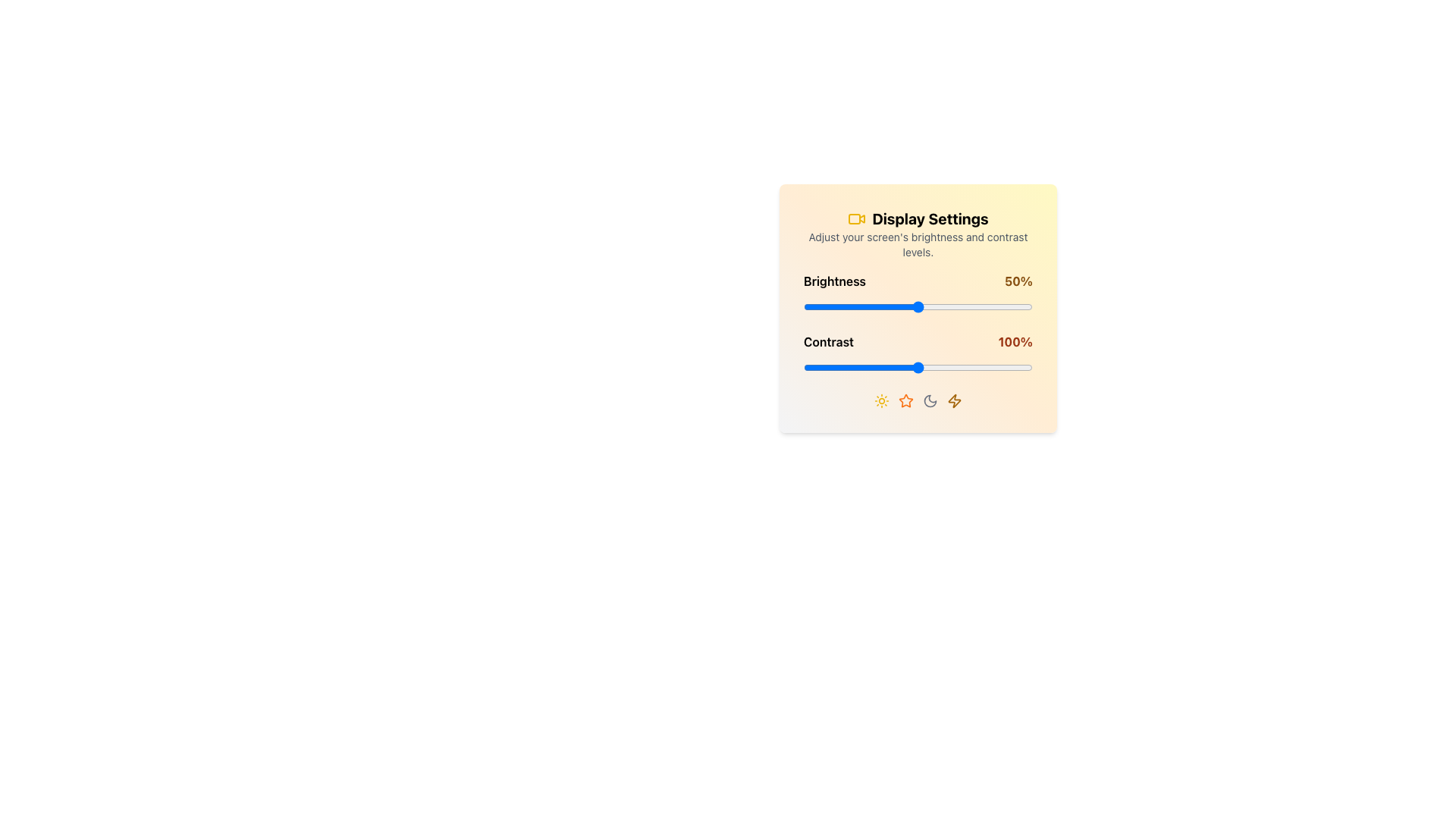 The height and width of the screenshot is (819, 1456). Describe the element at coordinates (930, 400) in the screenshot. I see `the moon icon representing night mode or low brightness settings located in the fourth position within a horizontal row of icons at the bottom of the display settings section` at that location.